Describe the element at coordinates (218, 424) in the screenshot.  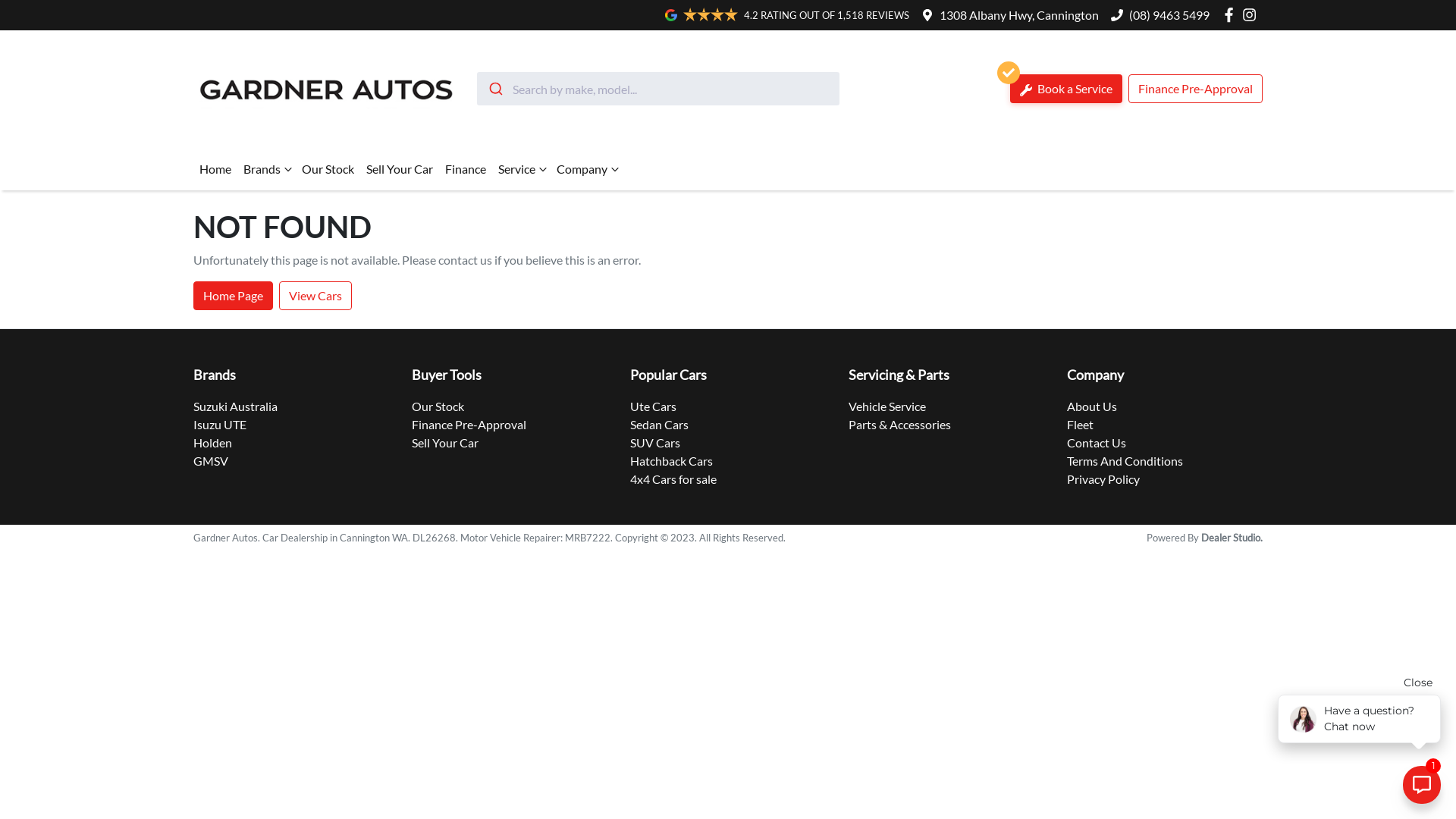
I see `'Isuzu UTE'` at that location.